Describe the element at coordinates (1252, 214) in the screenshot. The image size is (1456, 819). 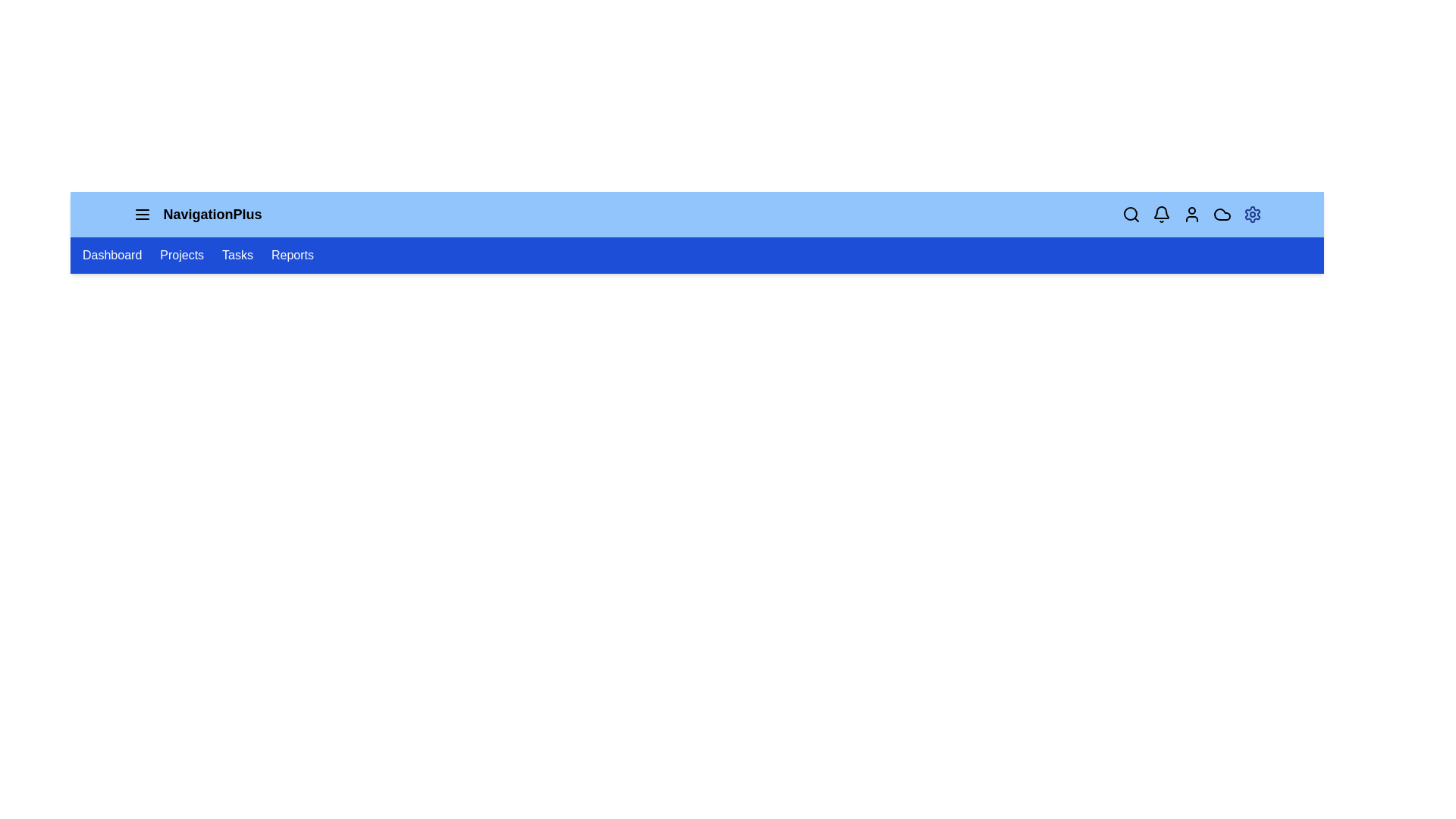
I see `the theme toggle button to switch between light and dark themes` at that location.